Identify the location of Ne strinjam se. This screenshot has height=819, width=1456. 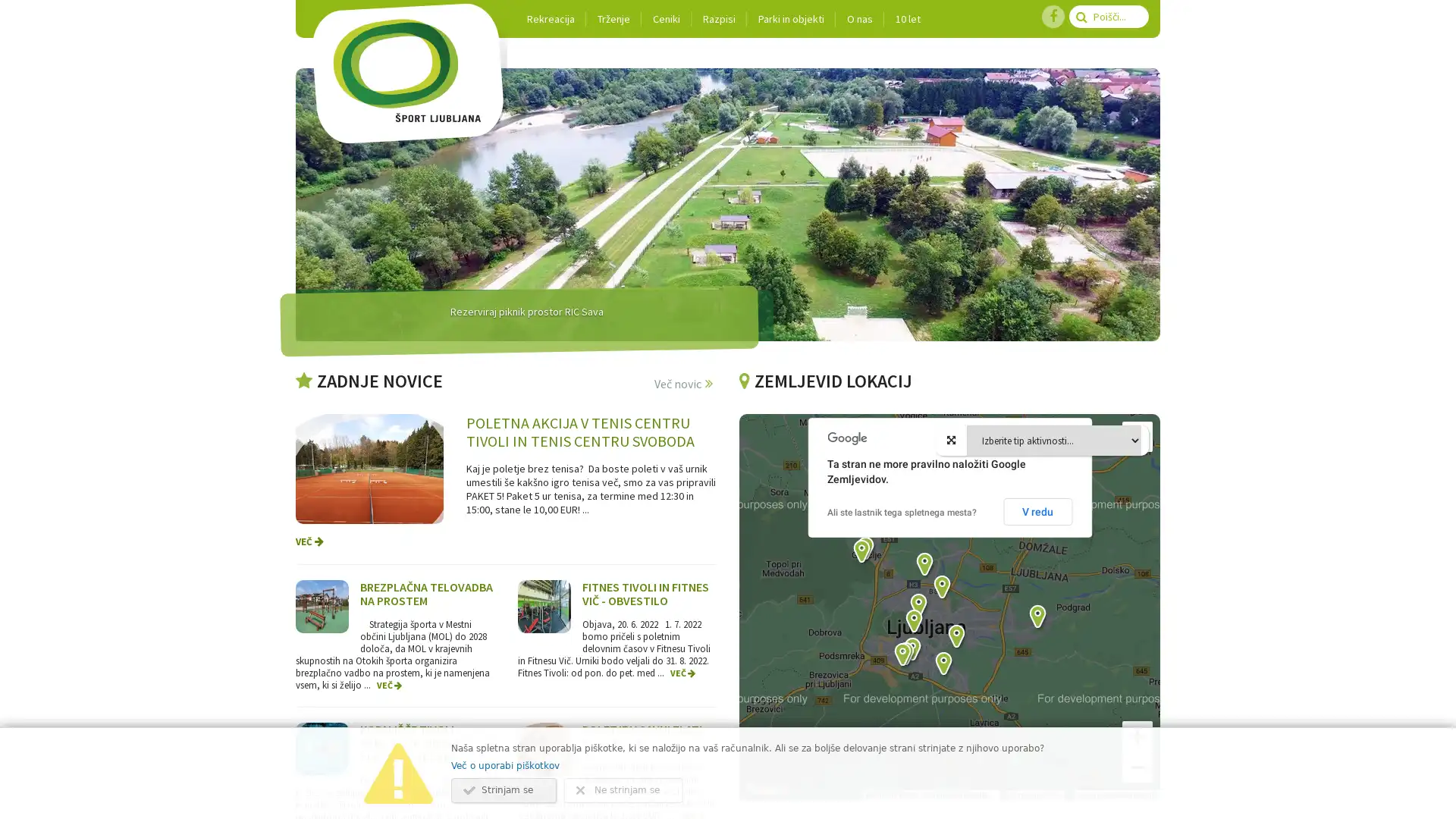
(623, 789).